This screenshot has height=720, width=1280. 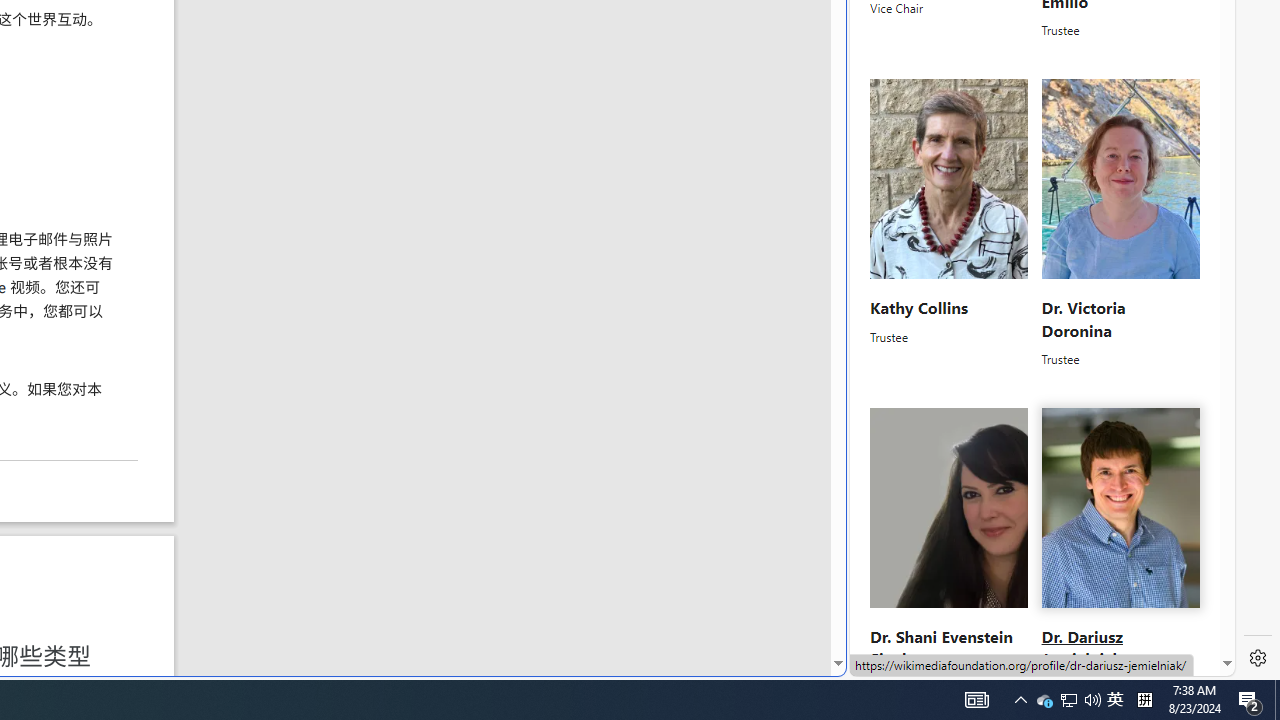 What do you see at coordinates (1120, 223) in the screenshot?
I see `'Dr. Victoria DoroninaTrustee'` at bounding box center [1120, 223].